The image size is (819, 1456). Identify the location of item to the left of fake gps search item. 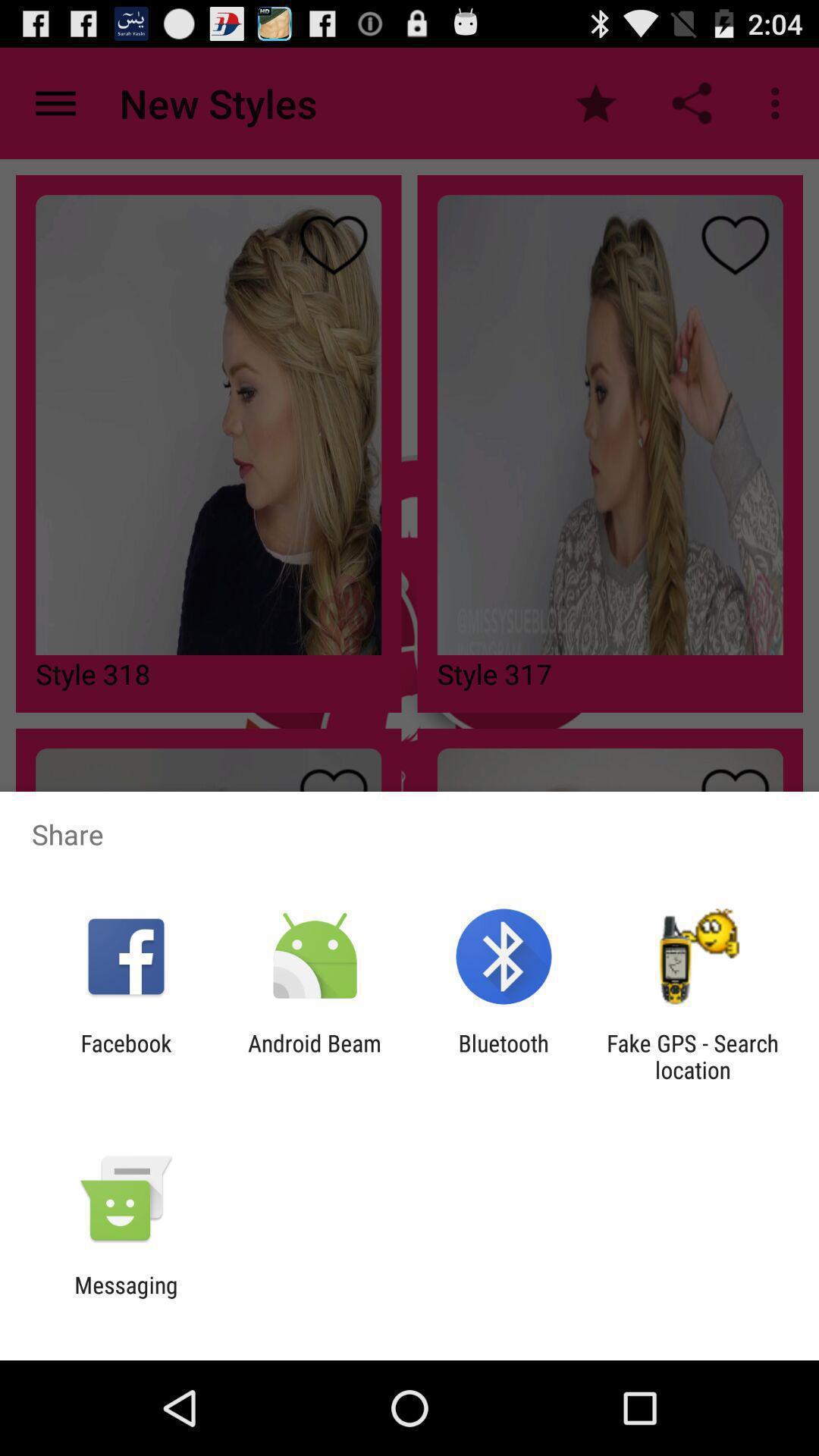
(504, 1056).